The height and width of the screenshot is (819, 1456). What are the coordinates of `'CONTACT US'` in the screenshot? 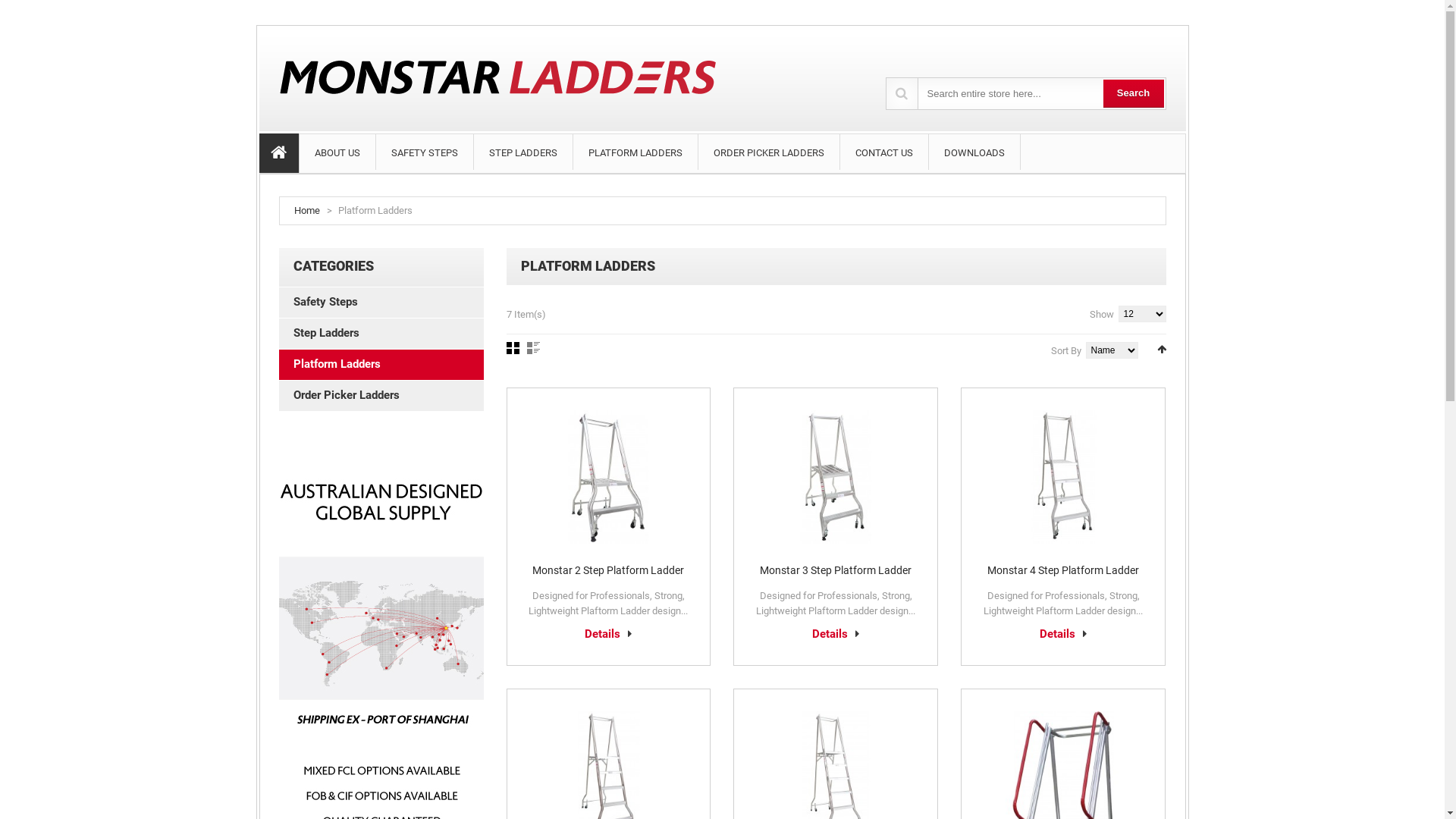 It's located at (884, 152).